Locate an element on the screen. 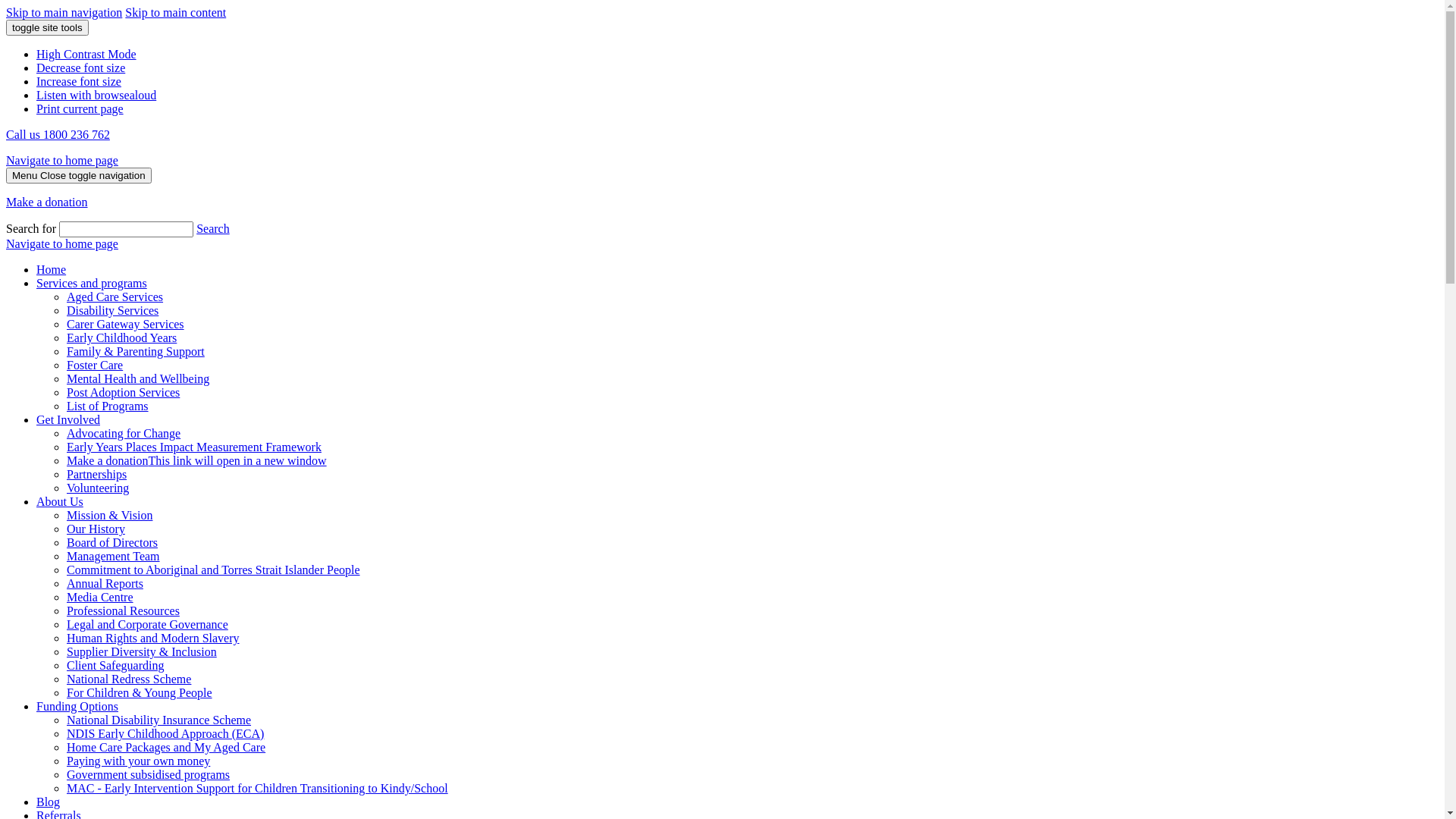 The width and height of the screenshot is (1456, 819). 'Annual Reports' is located at coordinates (104, 582).